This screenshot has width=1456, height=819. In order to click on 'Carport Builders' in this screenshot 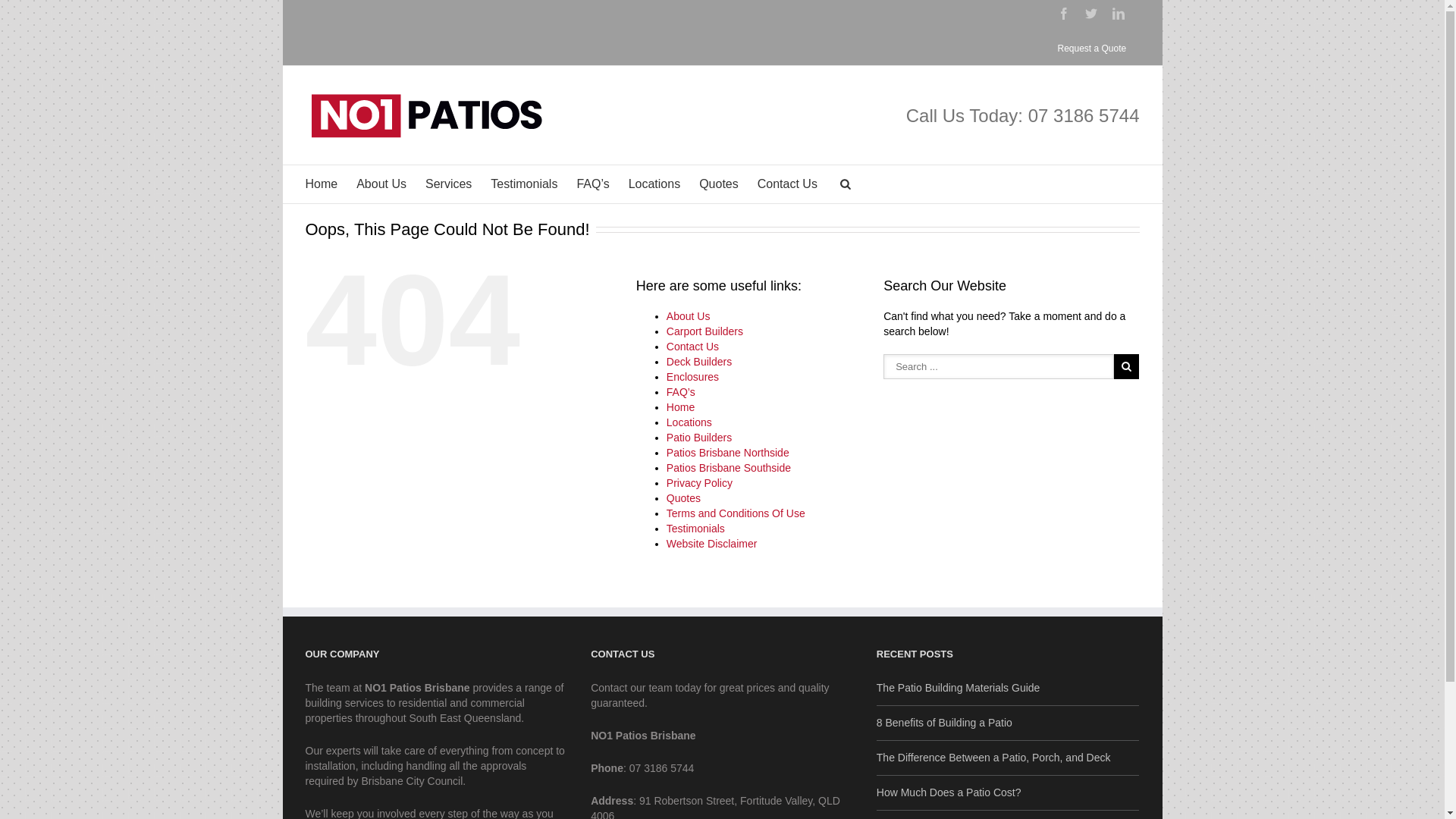, I will do `click(666, 330)`.